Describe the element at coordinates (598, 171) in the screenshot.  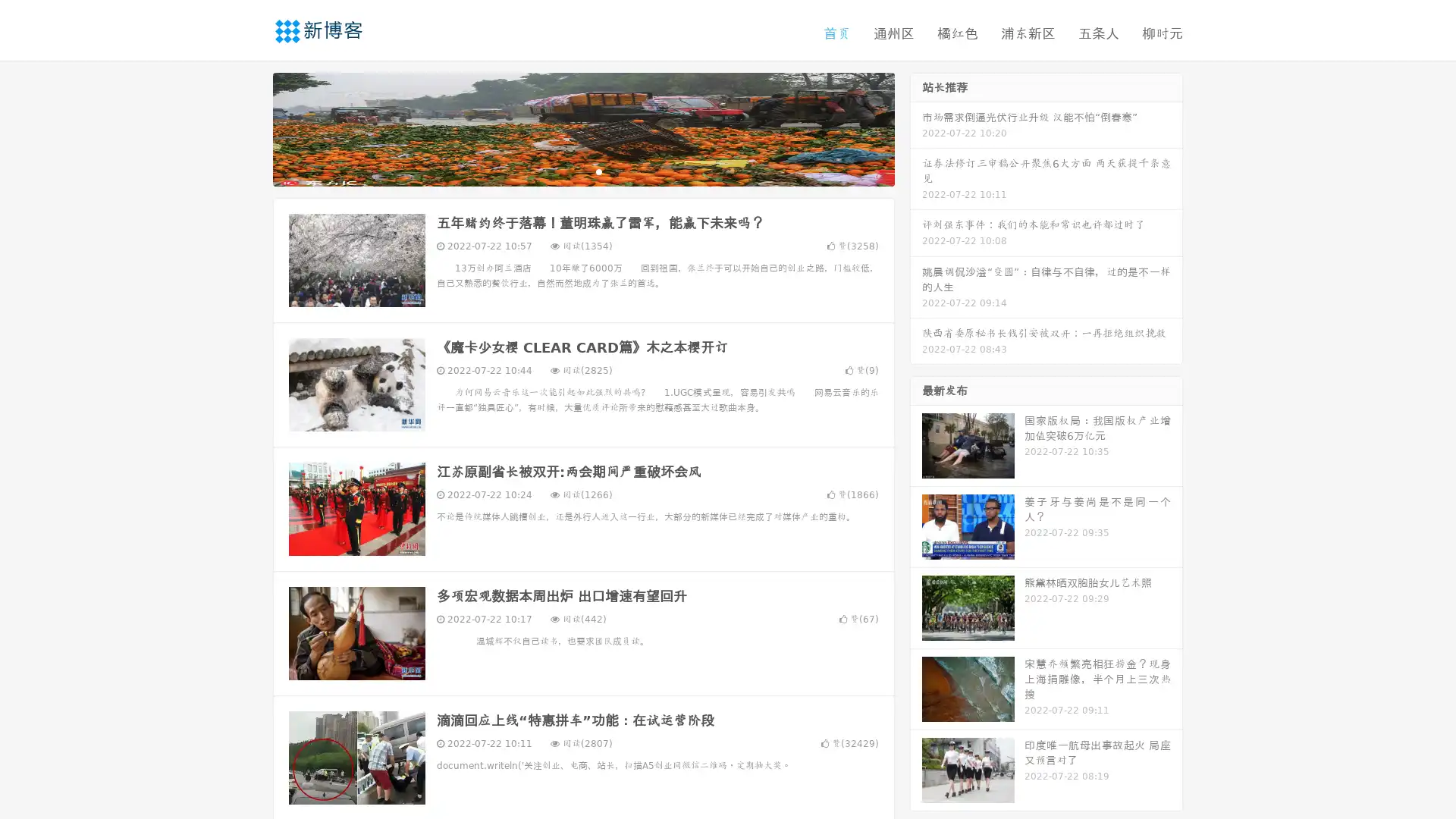
I see `Go to slide 3` at that location.